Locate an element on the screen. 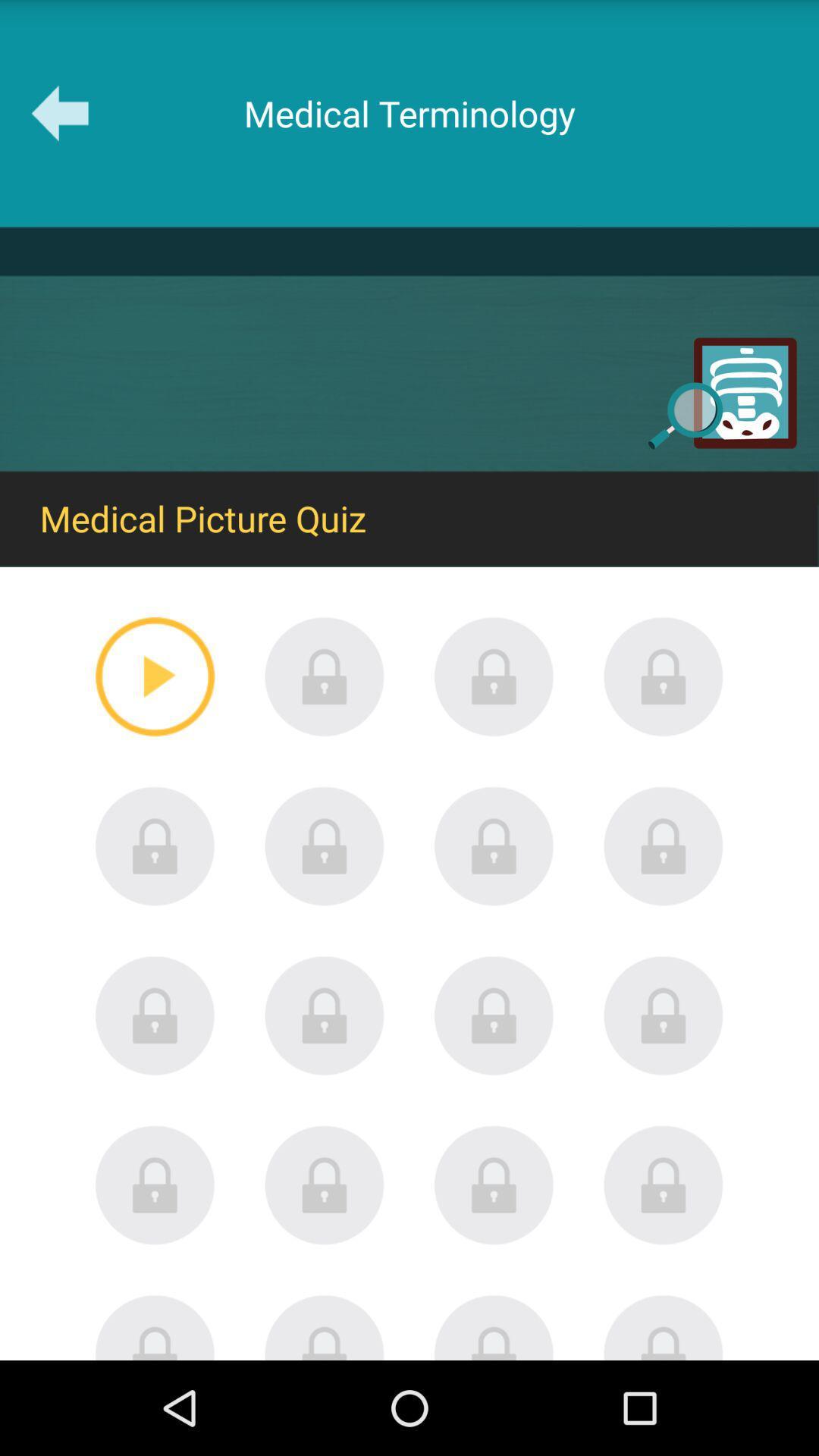  this item is locked or unavailable is located at coordinates (324, 676).